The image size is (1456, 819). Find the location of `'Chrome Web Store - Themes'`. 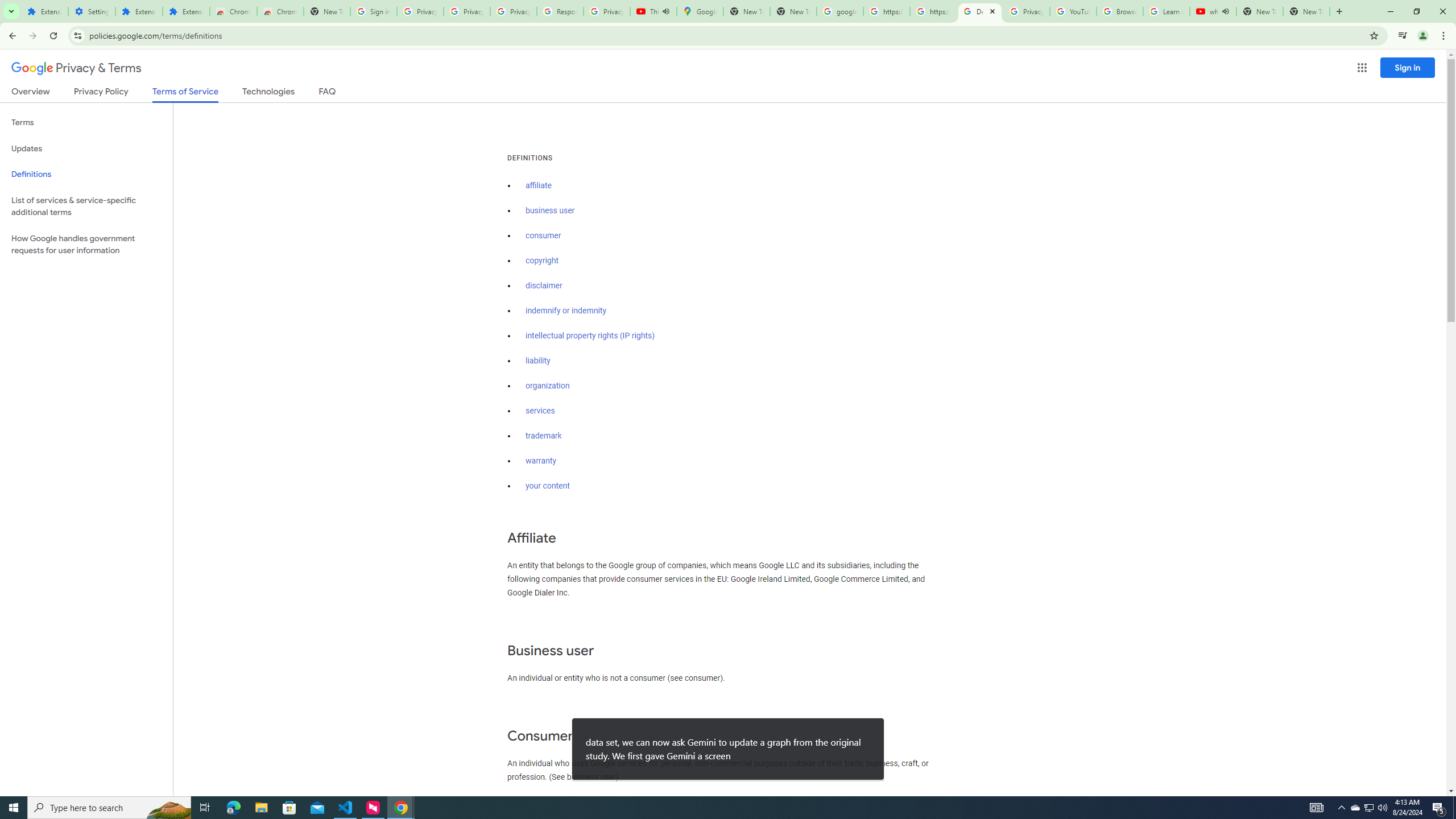

'Chrome Web Store - Themes' is located at coordinates (280, 11).